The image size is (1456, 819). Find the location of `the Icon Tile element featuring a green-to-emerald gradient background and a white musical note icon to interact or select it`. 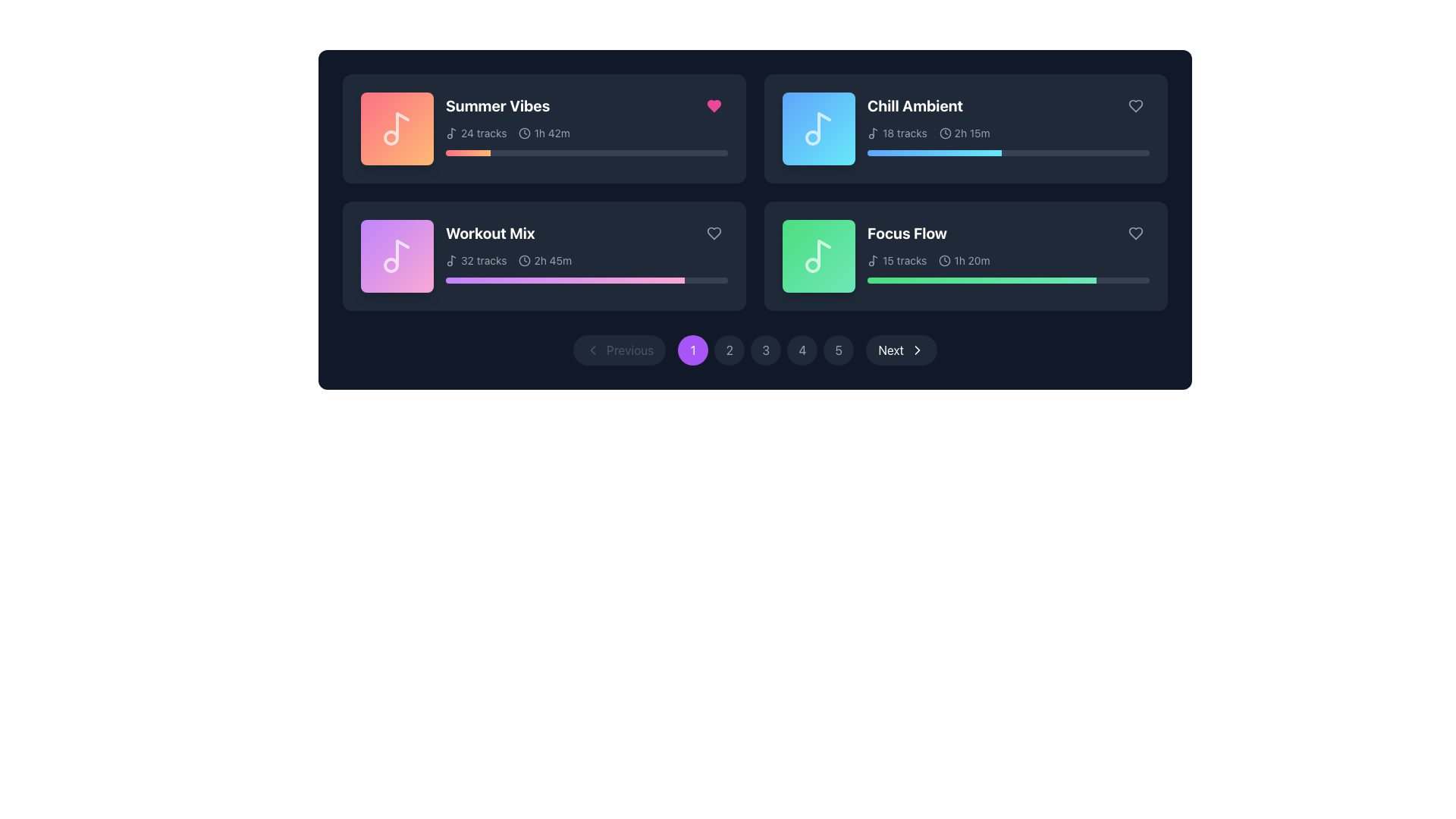

the Icon Tile element featuring a green-to-emerald gradient background and a white musical note icon to interact or select it is located at coordinates (818, 256).